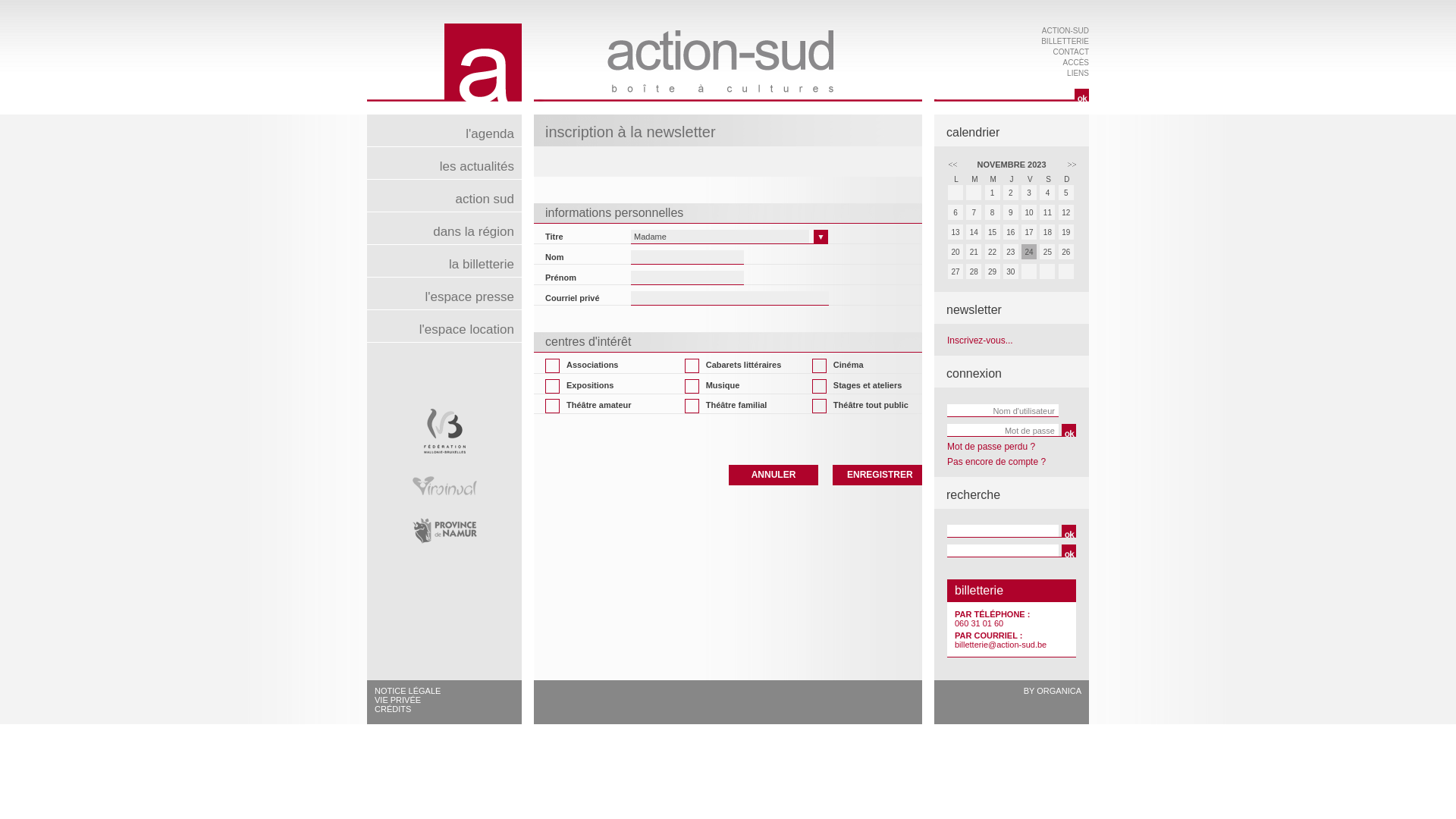  What do you see at coordinates (980, 339) in the screenshot?
I see `'Inscrivez-vous...'` at bounding box center [980, 339].